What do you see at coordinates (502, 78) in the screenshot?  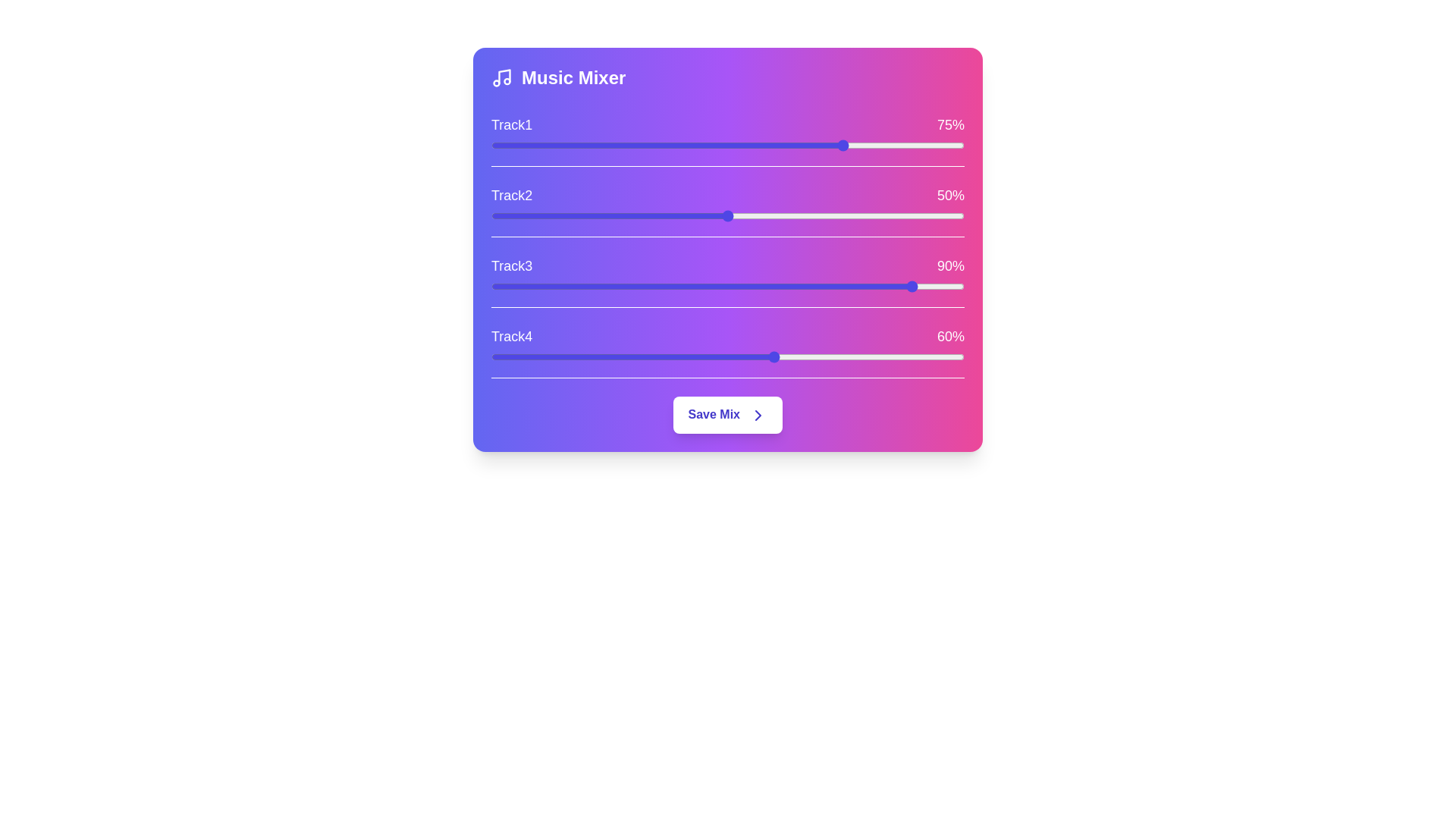 I see `the 'Music' icon to reveal additional functionality` at bounding box center [502, 78].